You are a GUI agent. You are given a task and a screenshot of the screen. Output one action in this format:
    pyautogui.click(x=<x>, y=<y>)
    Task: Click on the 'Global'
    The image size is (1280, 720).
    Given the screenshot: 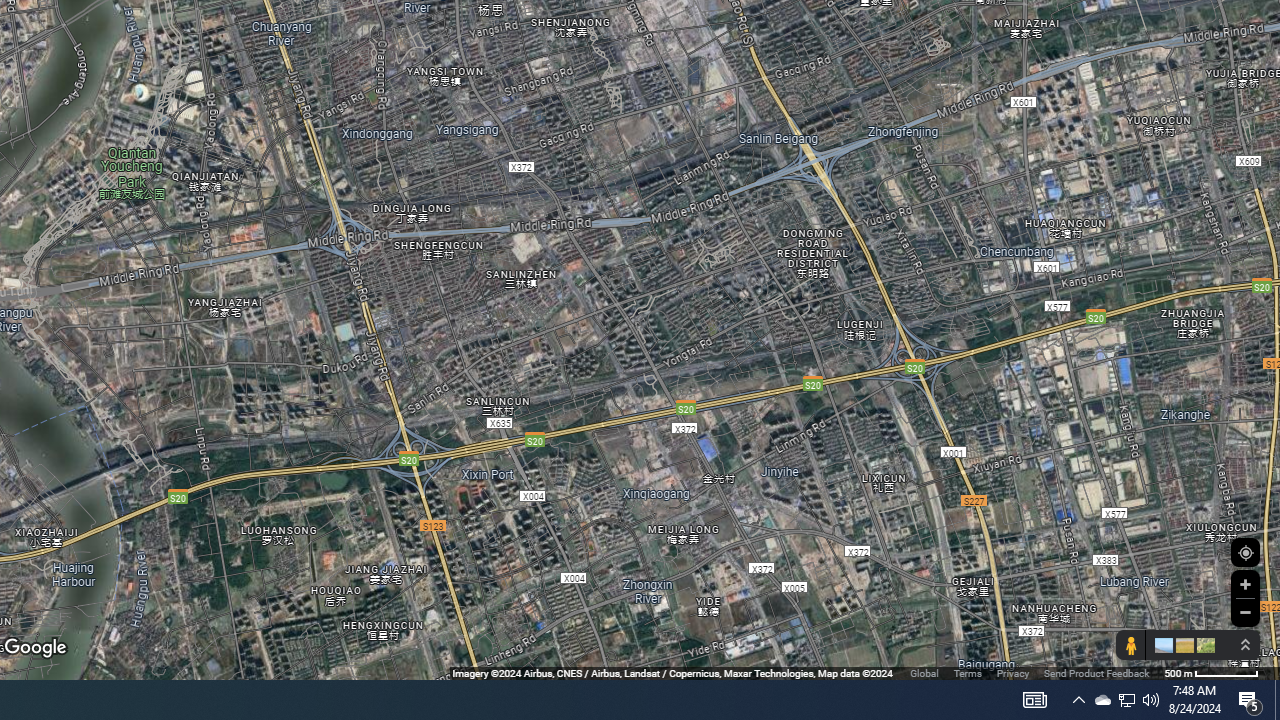 What is the action you would take?
    pyautogui.click(x=923, y=673)
    